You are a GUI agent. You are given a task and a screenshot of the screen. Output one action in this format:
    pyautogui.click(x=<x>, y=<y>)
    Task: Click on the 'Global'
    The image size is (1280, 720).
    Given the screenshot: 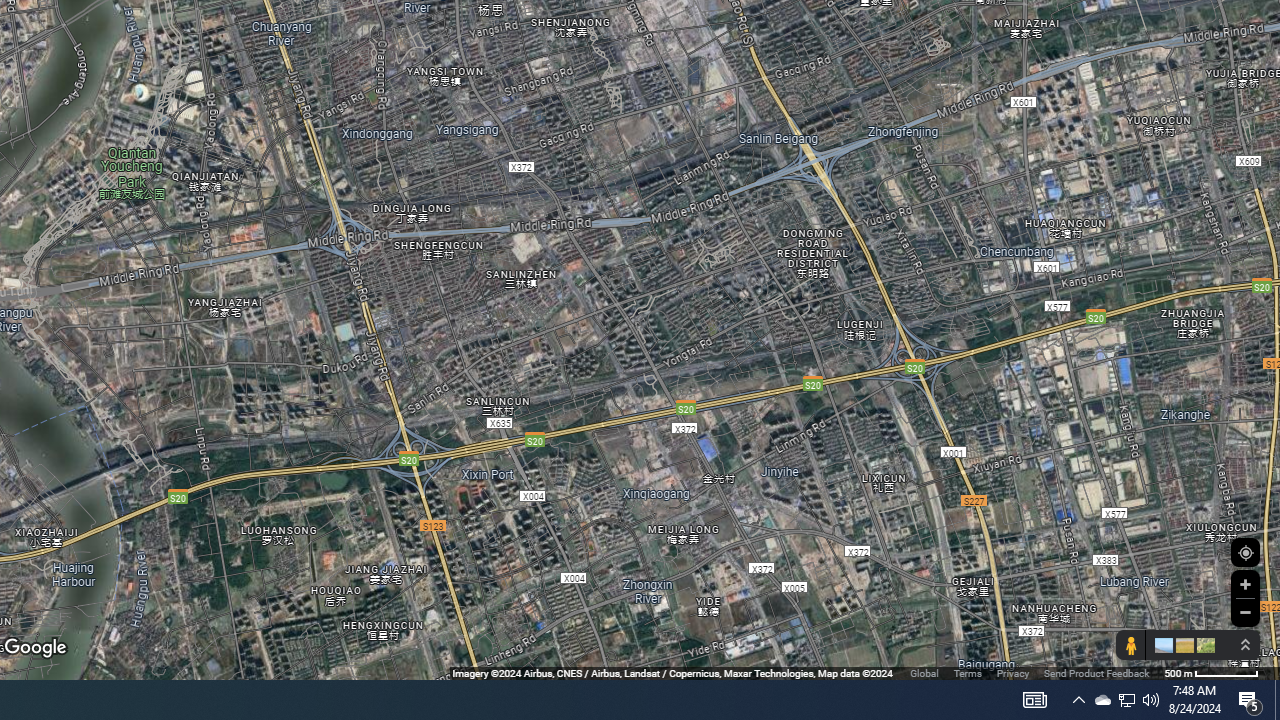 What is the action you would take?
    pyautogui.click(x=923, y=673)
    